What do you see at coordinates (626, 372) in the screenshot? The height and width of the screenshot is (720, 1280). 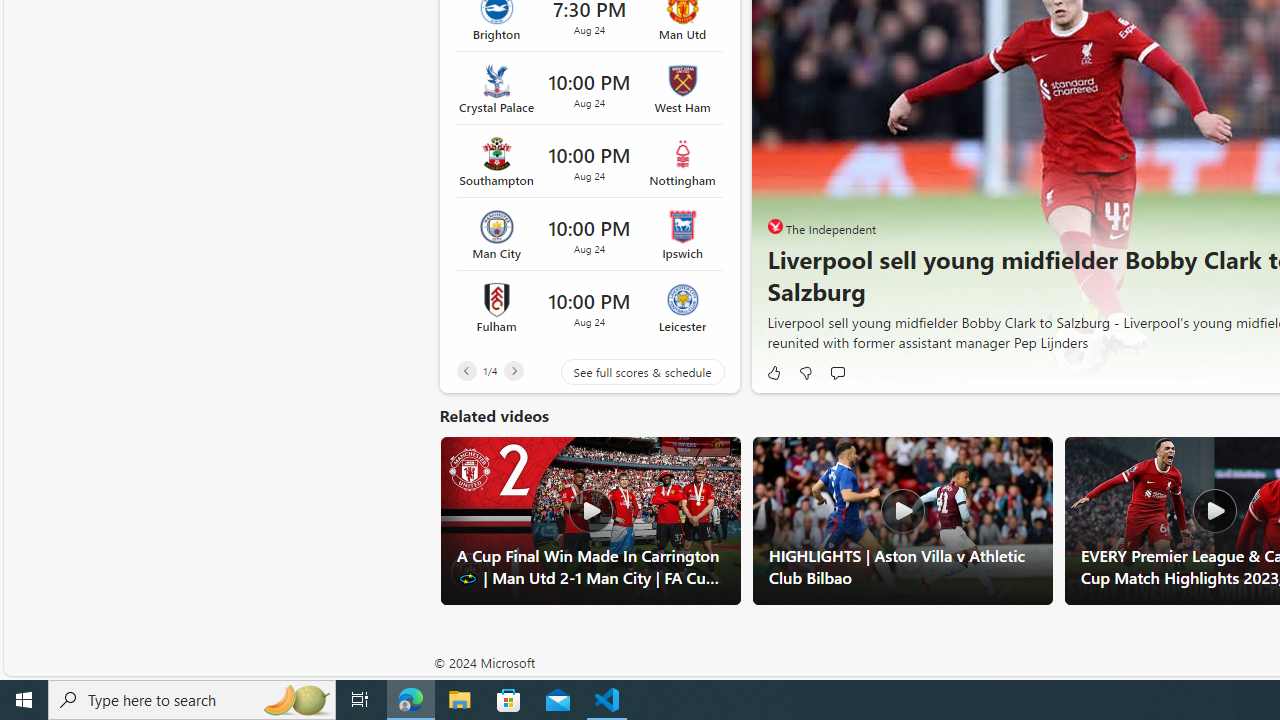 I see `'See full scores & schedule'` at bounding box center [626, 372].